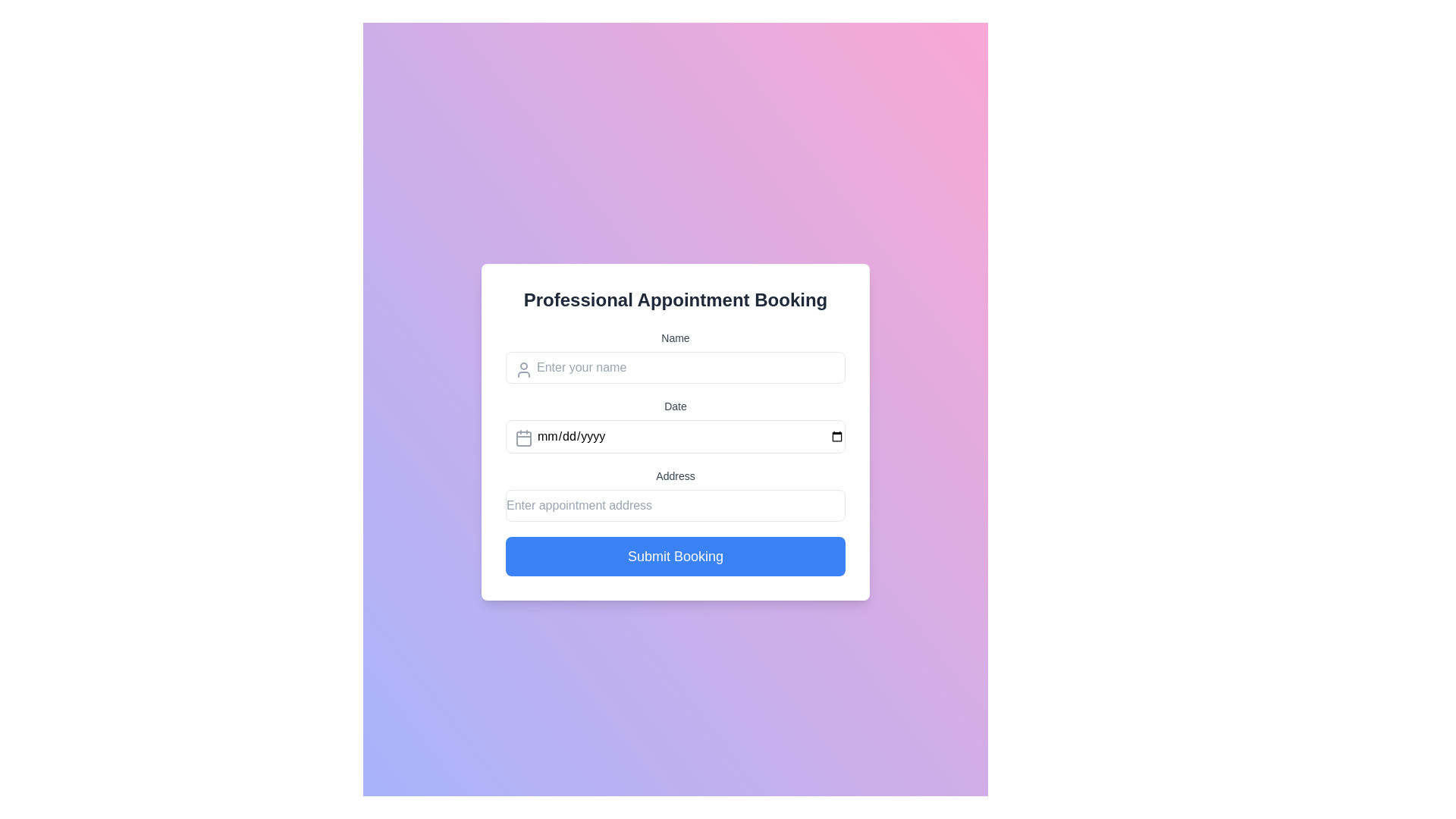  I want to click on the submit button located at the bottom of the form, which is used to submit the entered form data for booking, so click(675, 556).